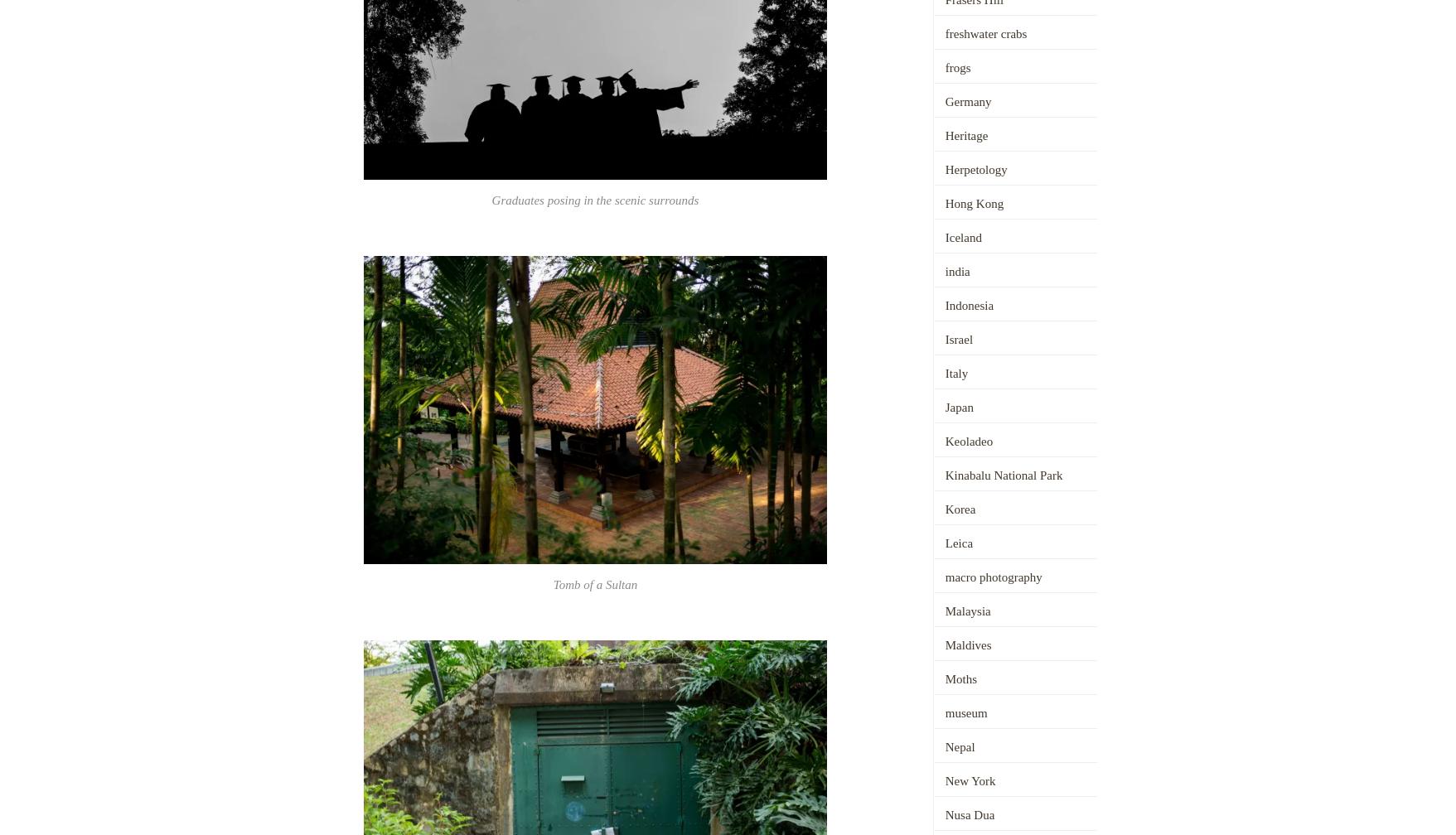  Describe the element at coordinates (956, 67) in the screenshot. I see `'frogs'` at that location.